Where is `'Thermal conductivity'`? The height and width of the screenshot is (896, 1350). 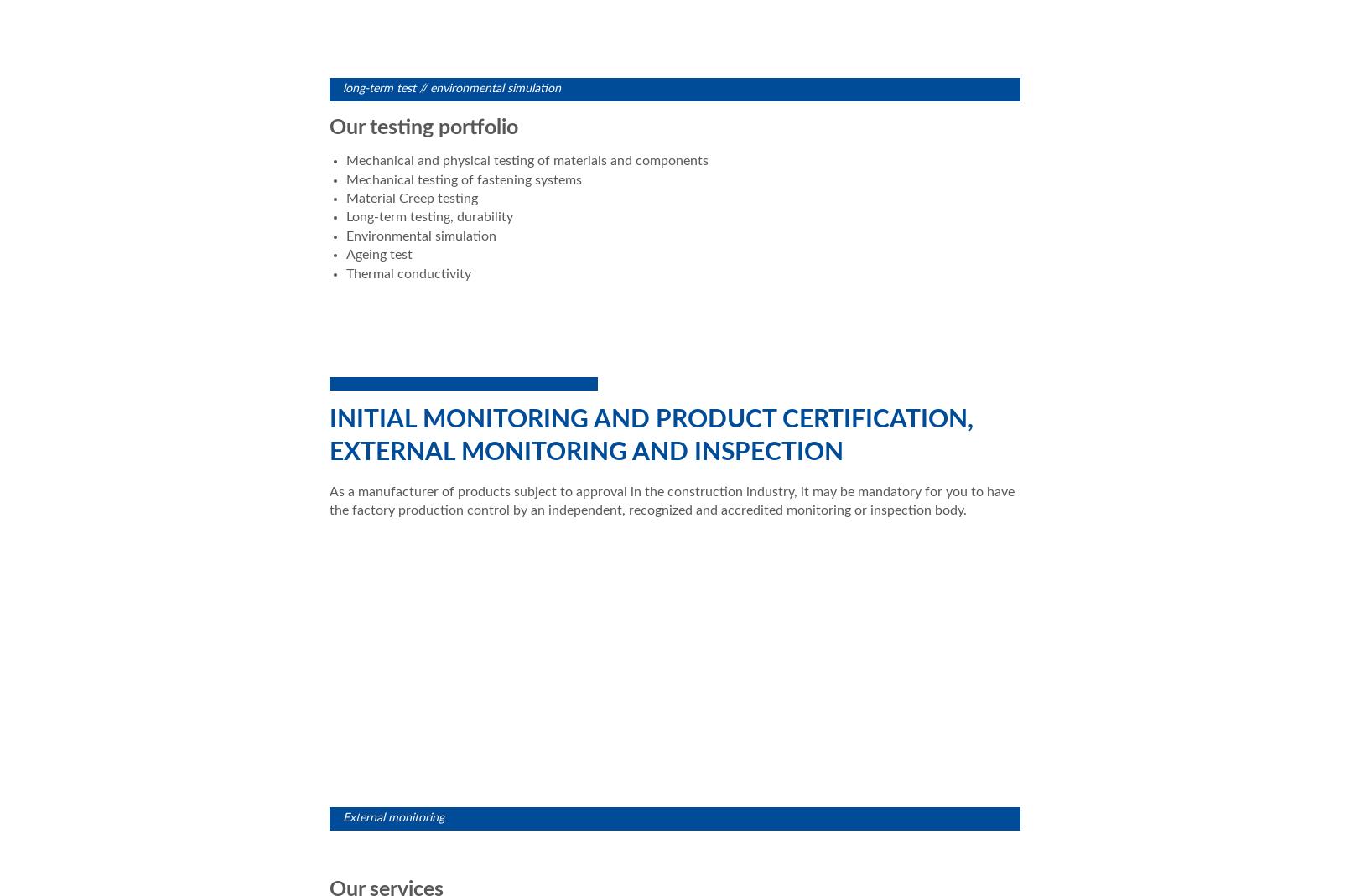
'Thermal conductivity' is located at coordinates (408, 273).